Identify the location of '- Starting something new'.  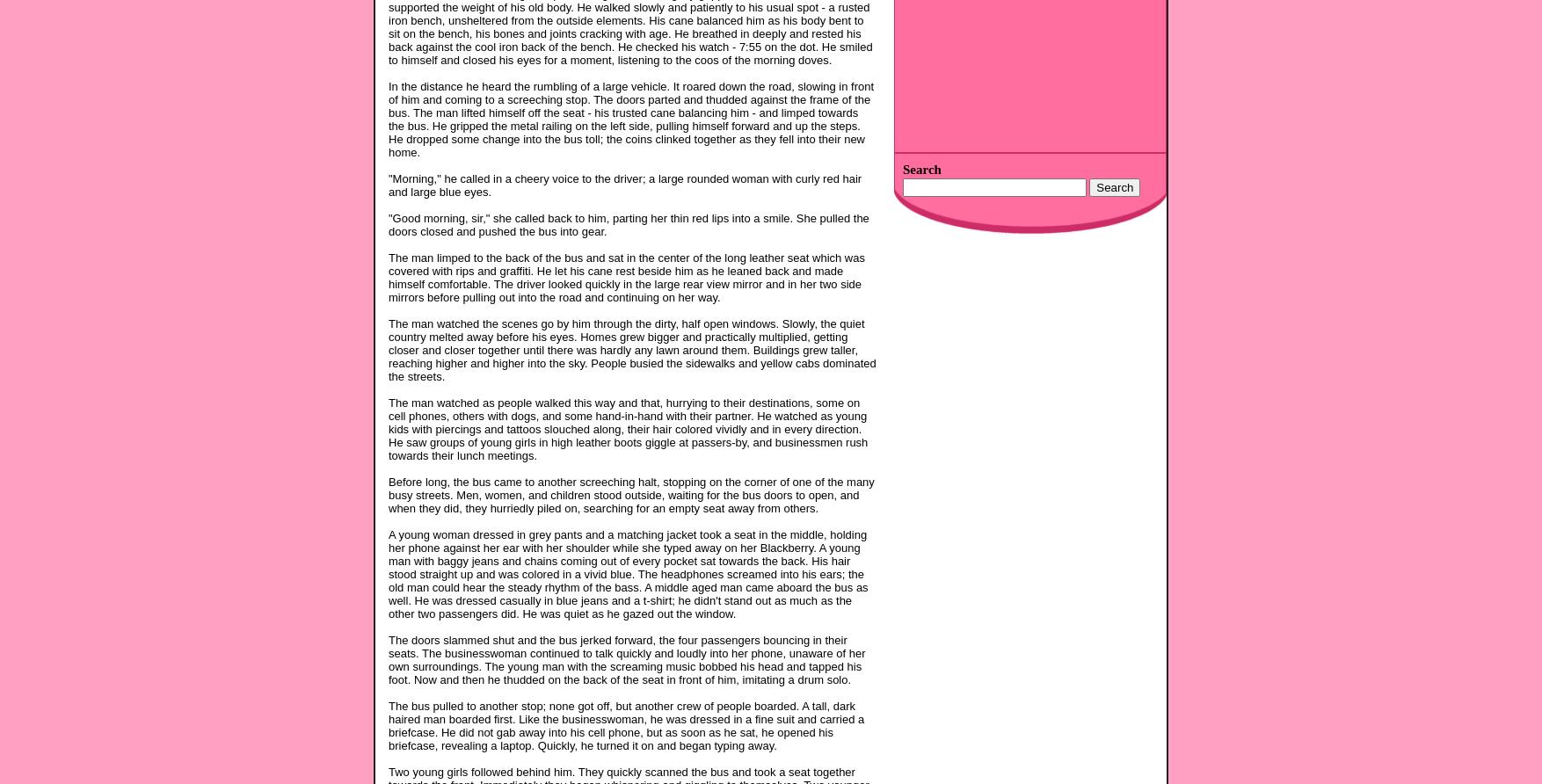
(960, 386).